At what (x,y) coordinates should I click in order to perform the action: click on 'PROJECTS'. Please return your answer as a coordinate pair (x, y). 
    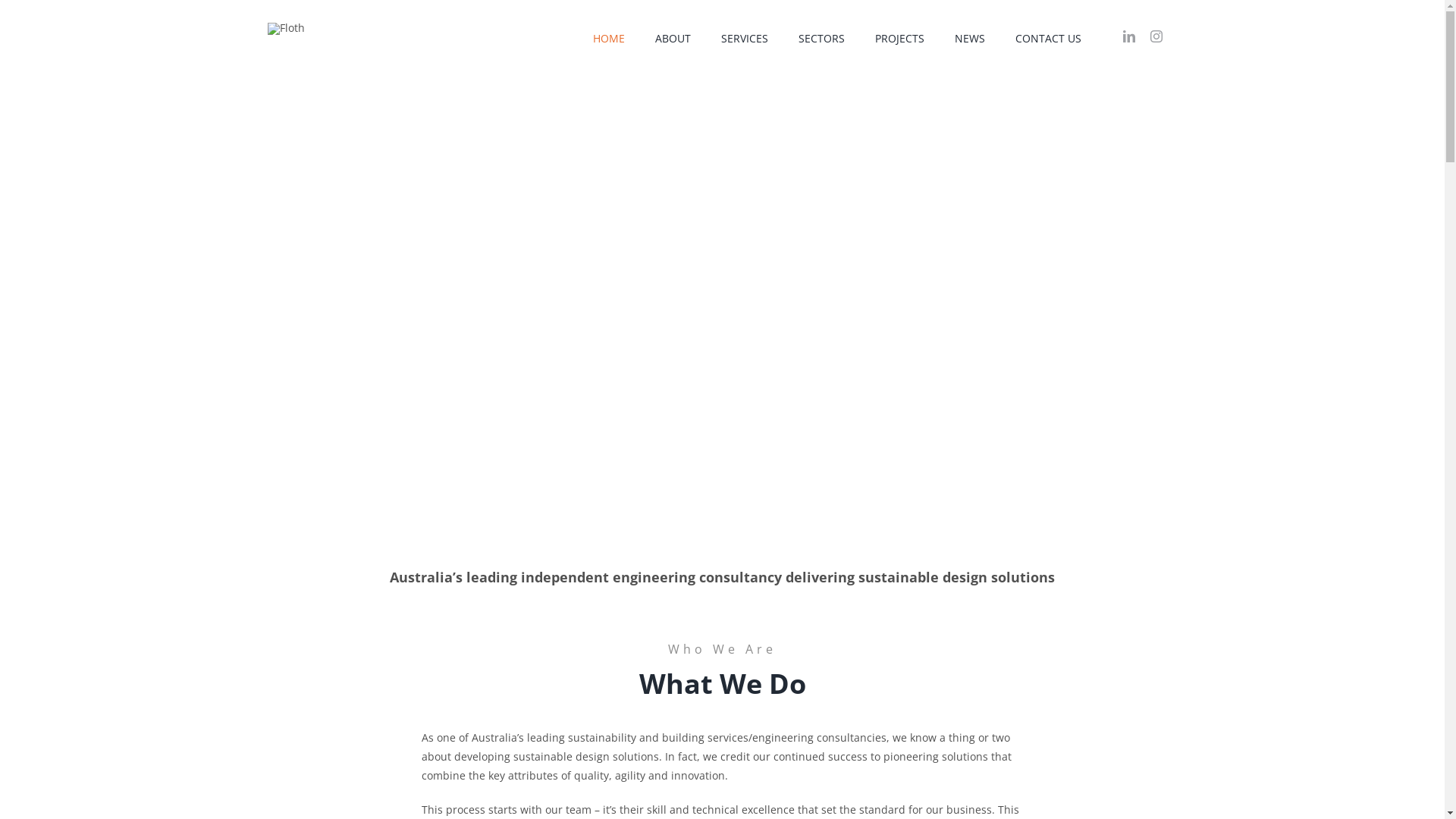
    Looking at the image, I should click on (899, 37).